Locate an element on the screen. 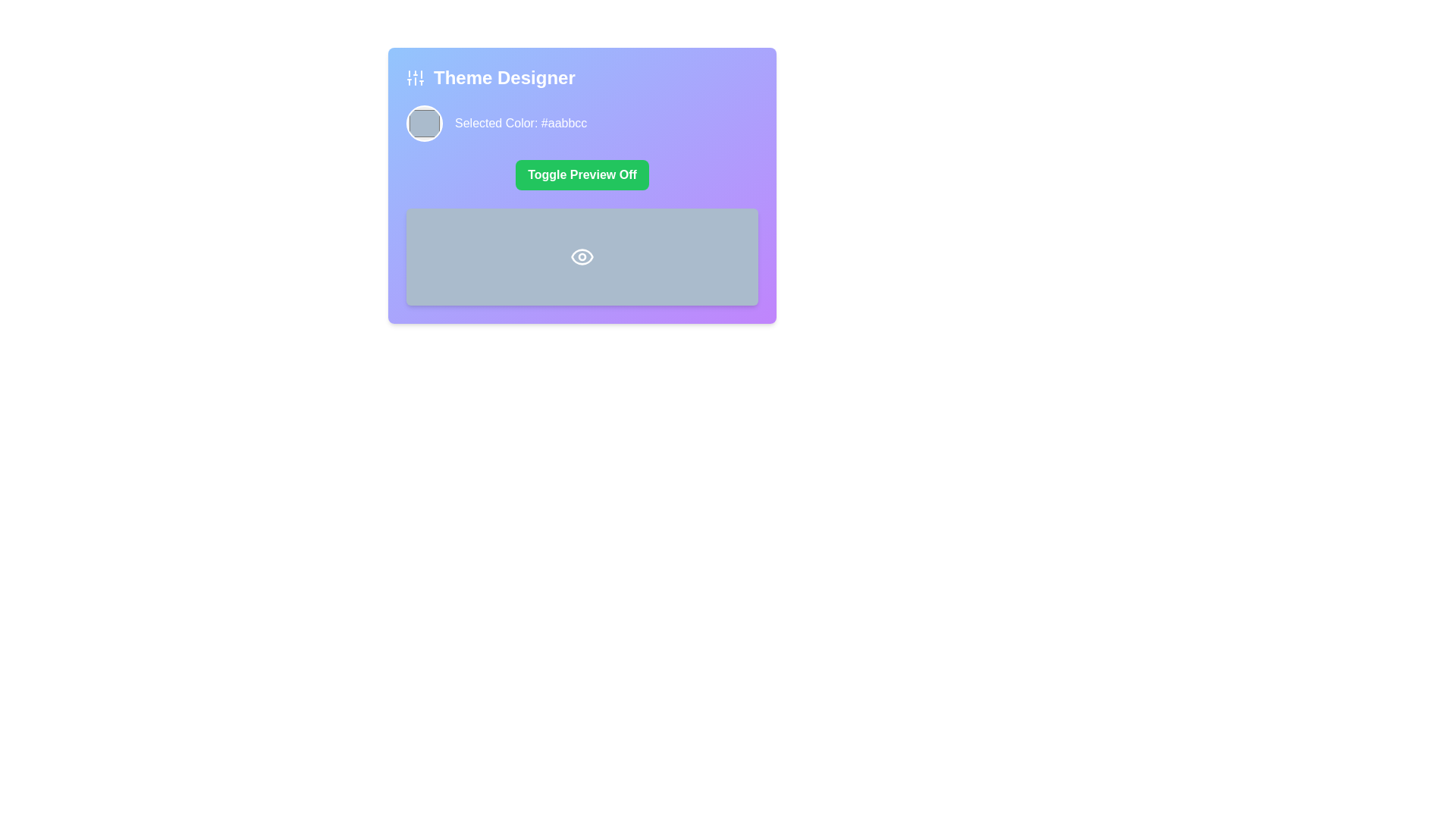 The height and width of the screenshot is (819, 1456). the text label displaying 'Selected Color: #aabbcc', which indicates the currently selected color and is positioned to the right of a circular color preview component is located at coordinates (521, 122).